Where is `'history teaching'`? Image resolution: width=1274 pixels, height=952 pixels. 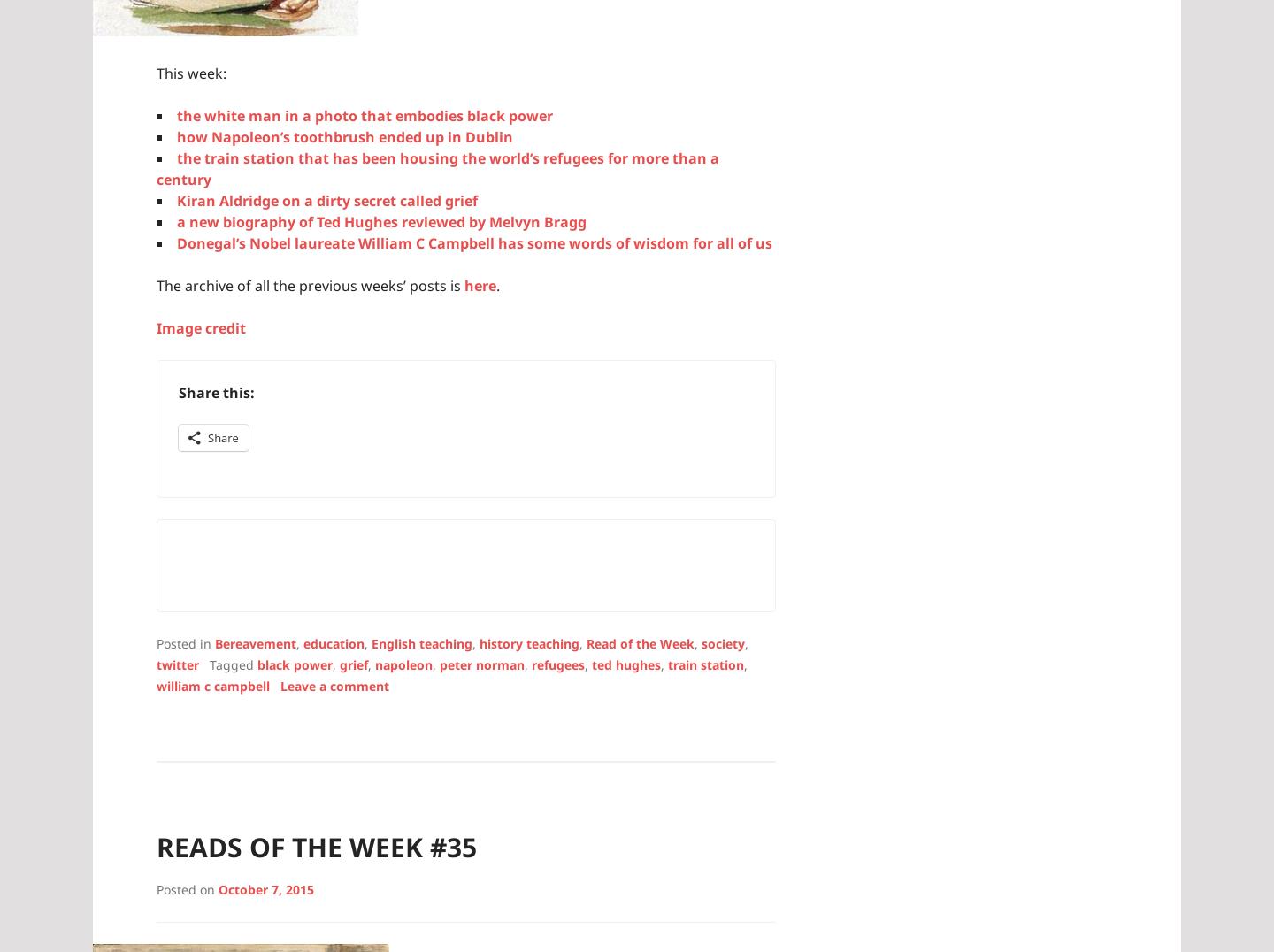 'history teaching' is located at coordinates (529, 641).